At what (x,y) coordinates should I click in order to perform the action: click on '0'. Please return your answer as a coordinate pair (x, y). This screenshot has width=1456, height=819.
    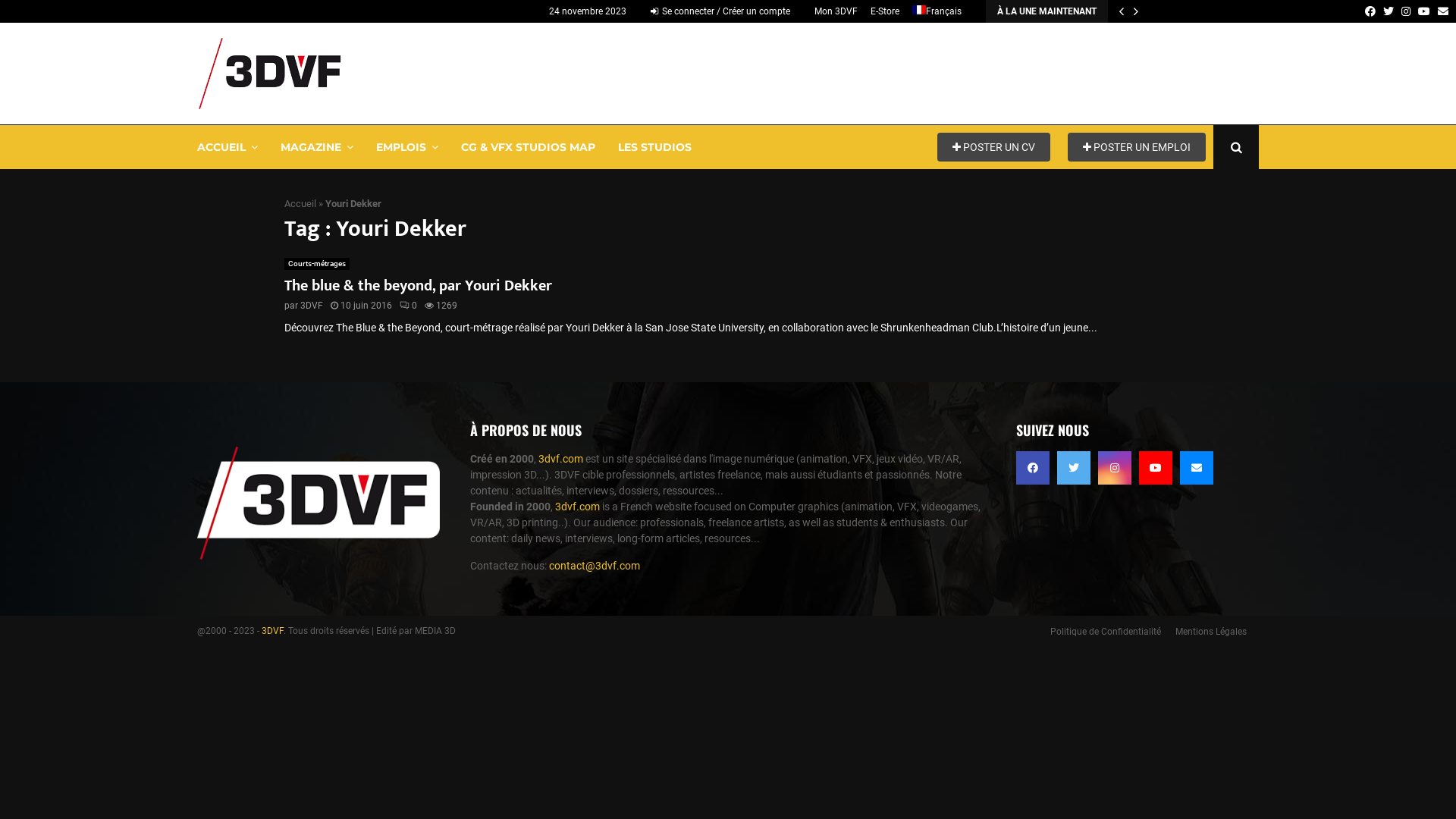
    Looking at the image, I should click on (408, 305).